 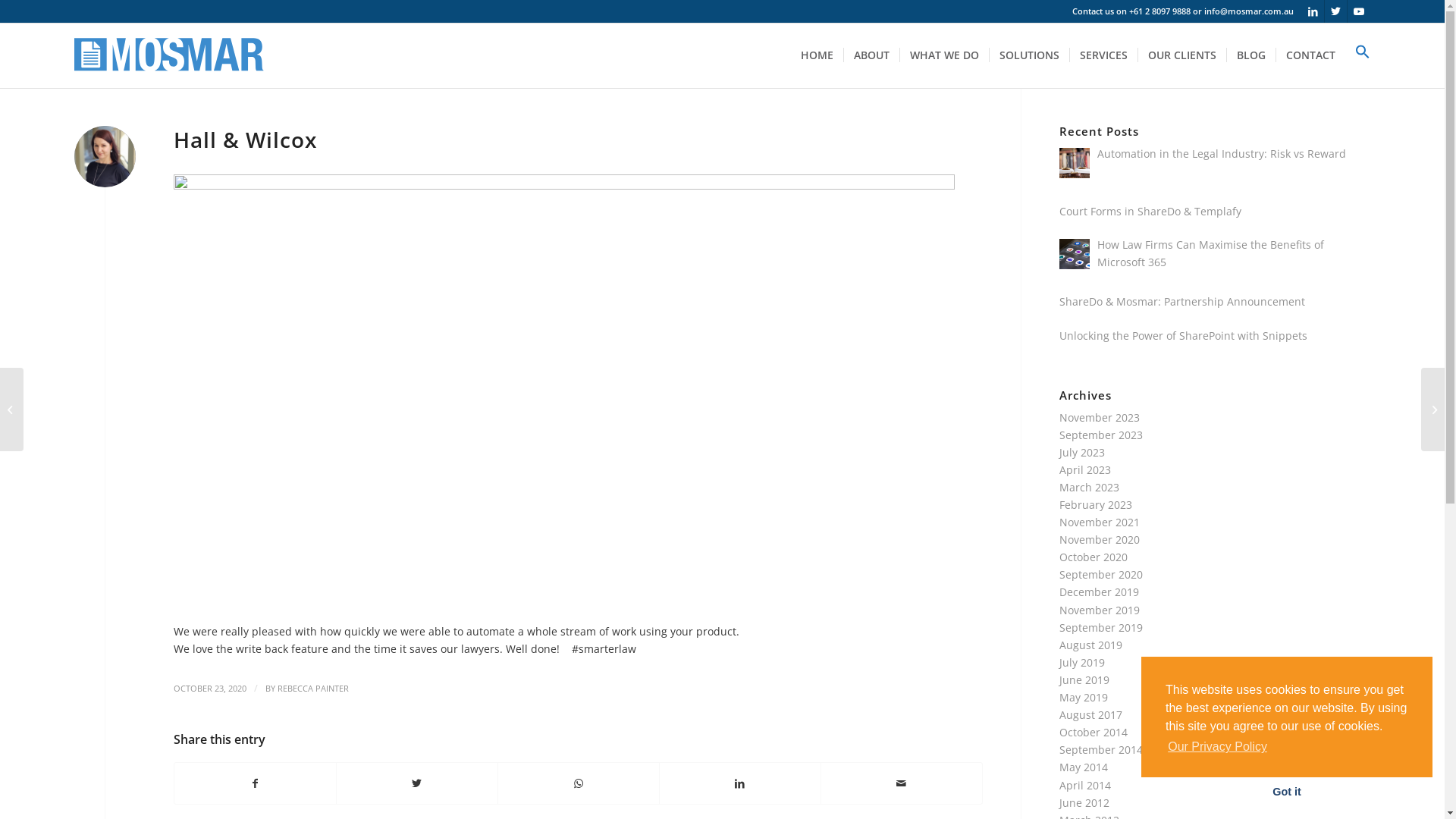 What do you see at coordinates (1084, 469) in the screenshot?
I see `'April 2023'` at bounding box center [1084, 469].